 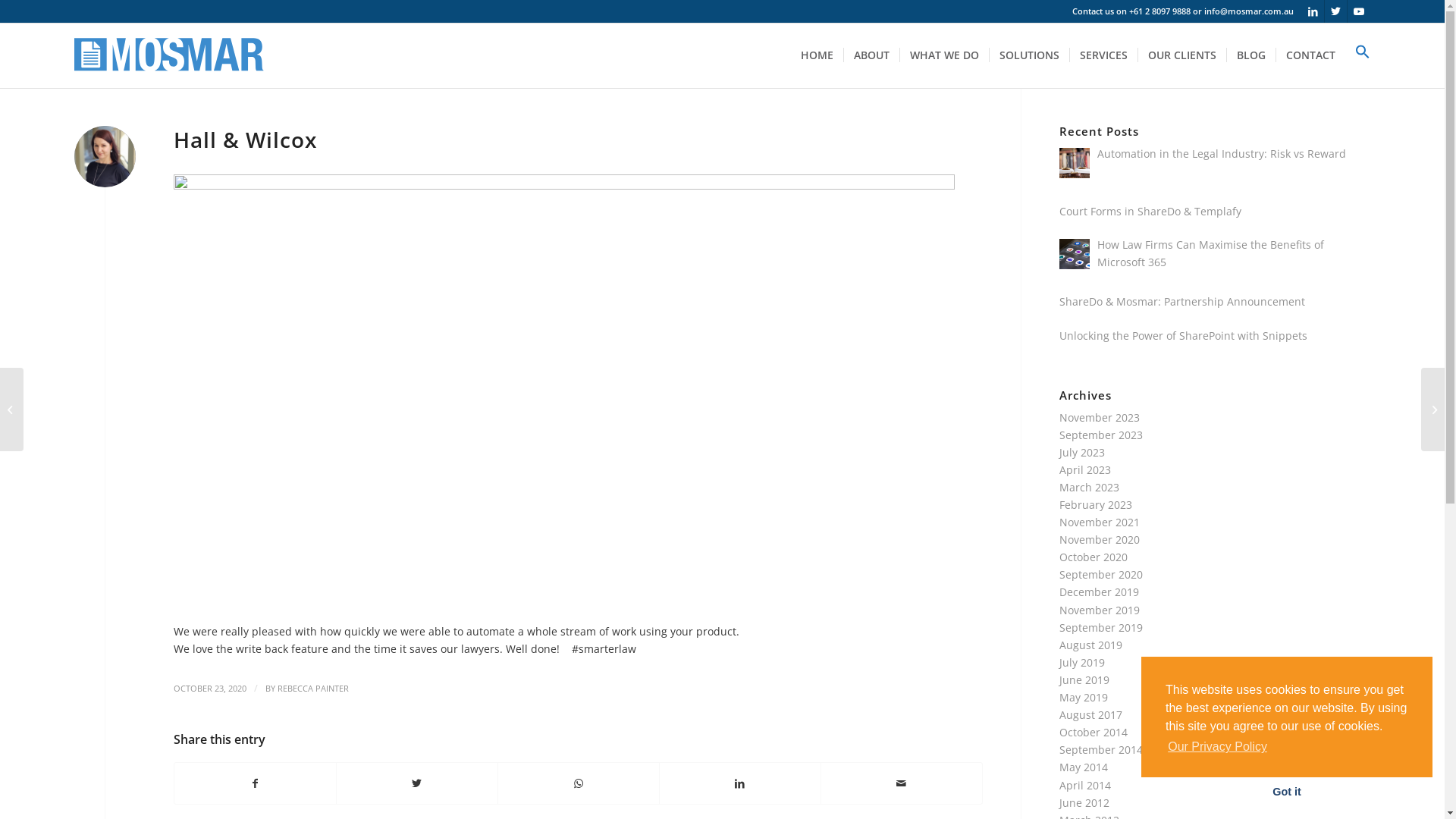 What do you see at coordinates (1084, 469) in the screenshot?
I see `'April 2023'` at bounding box center [1084, 469].